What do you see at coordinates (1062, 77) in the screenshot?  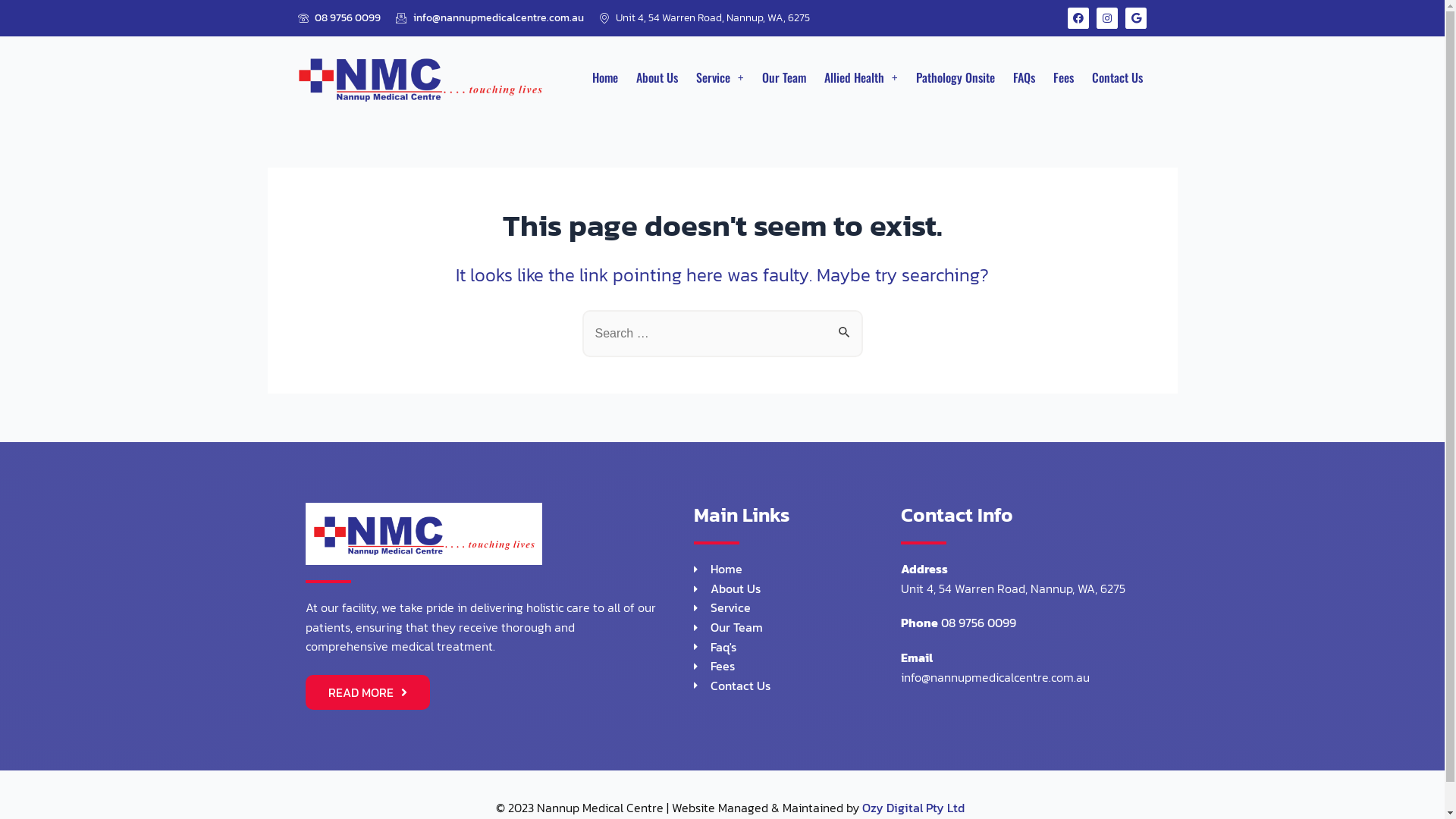 I see `'Fees'` at bounding box center [1062, 77].